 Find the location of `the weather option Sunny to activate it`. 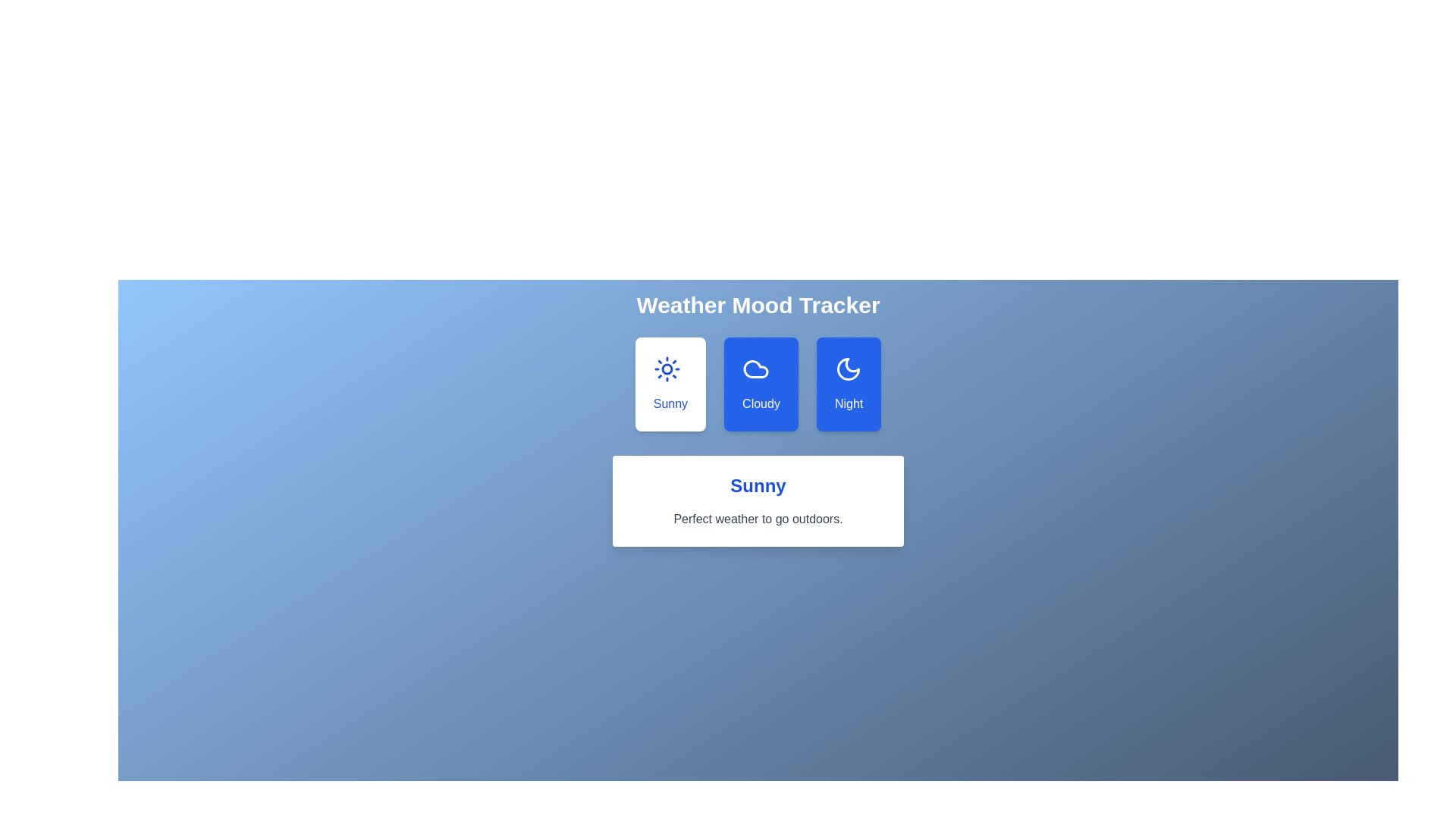

the weather option Sunny to activate it is located at coordinates (670, 383).